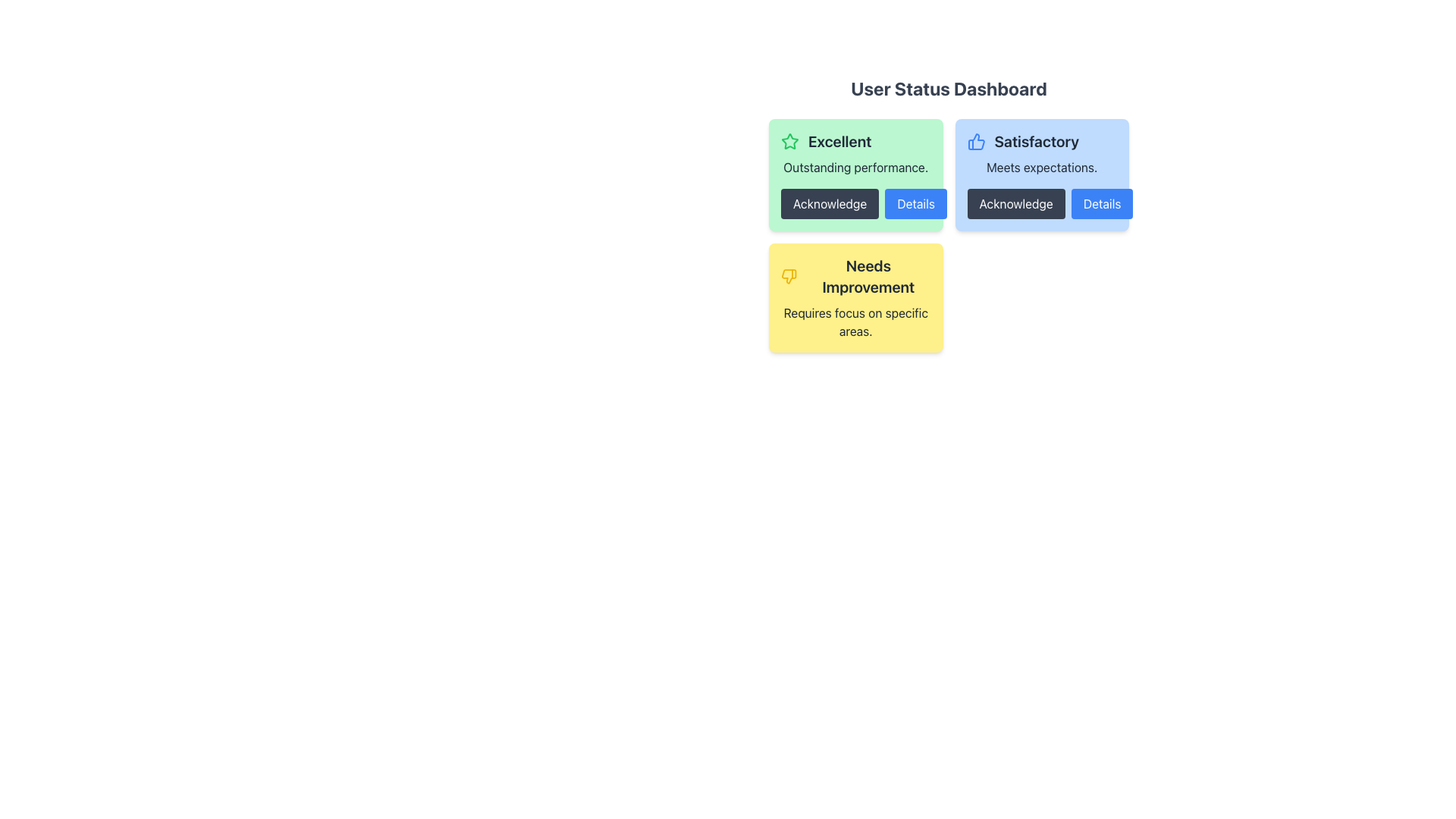 The height and width of the screenshot is (819, 1456). What do you see at coordinates (976, 141) in the screenshot?
I see `the thumbs-up icon on the left side of the light blue 'Satisfactory' card, which is located in the top-right position among three cards` at bounding box center [976, 141].